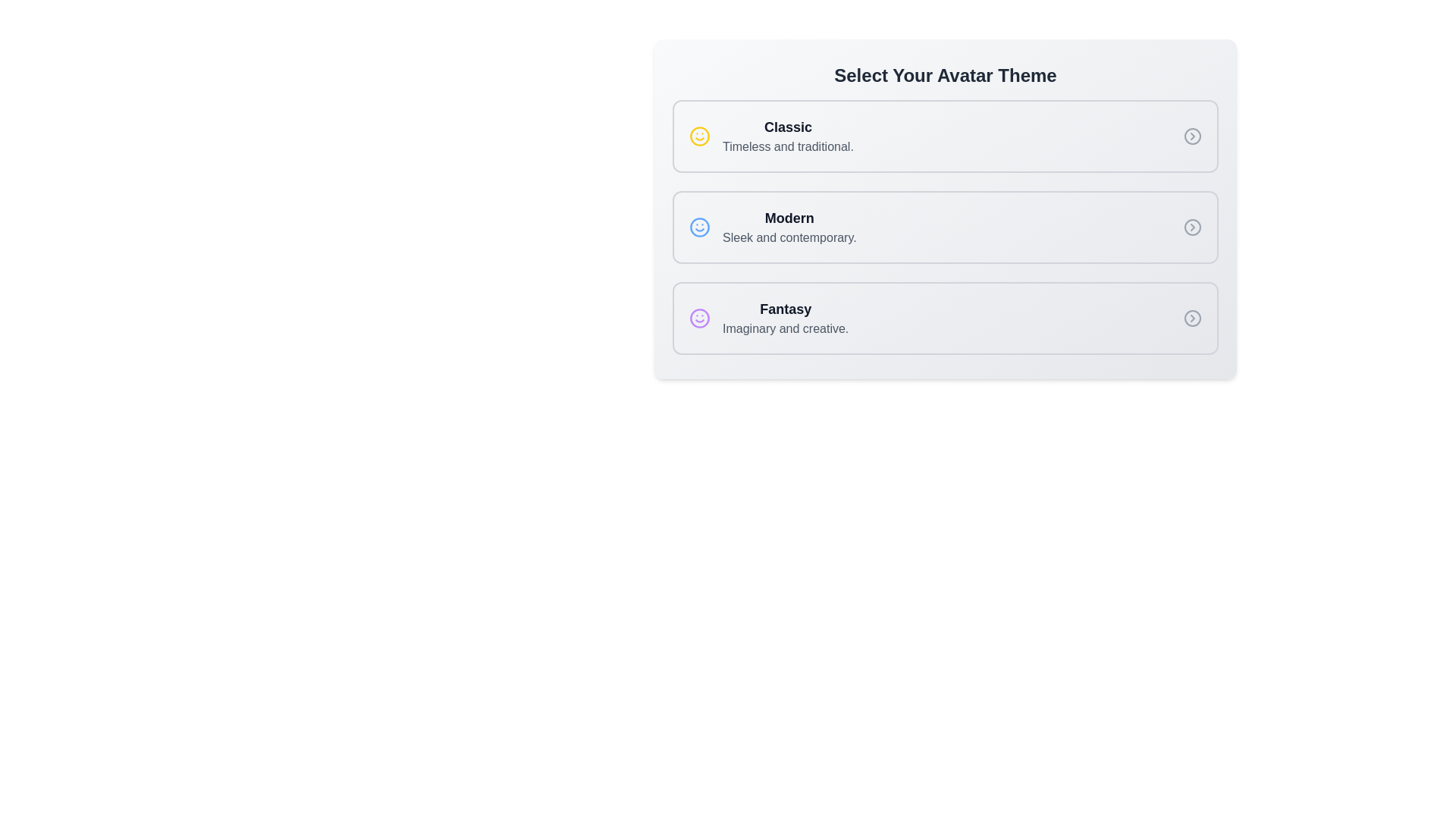  I want to click on the 'Fantasy' selection card located at the bottom of the vertical stack of three cards, so click(945, 318).